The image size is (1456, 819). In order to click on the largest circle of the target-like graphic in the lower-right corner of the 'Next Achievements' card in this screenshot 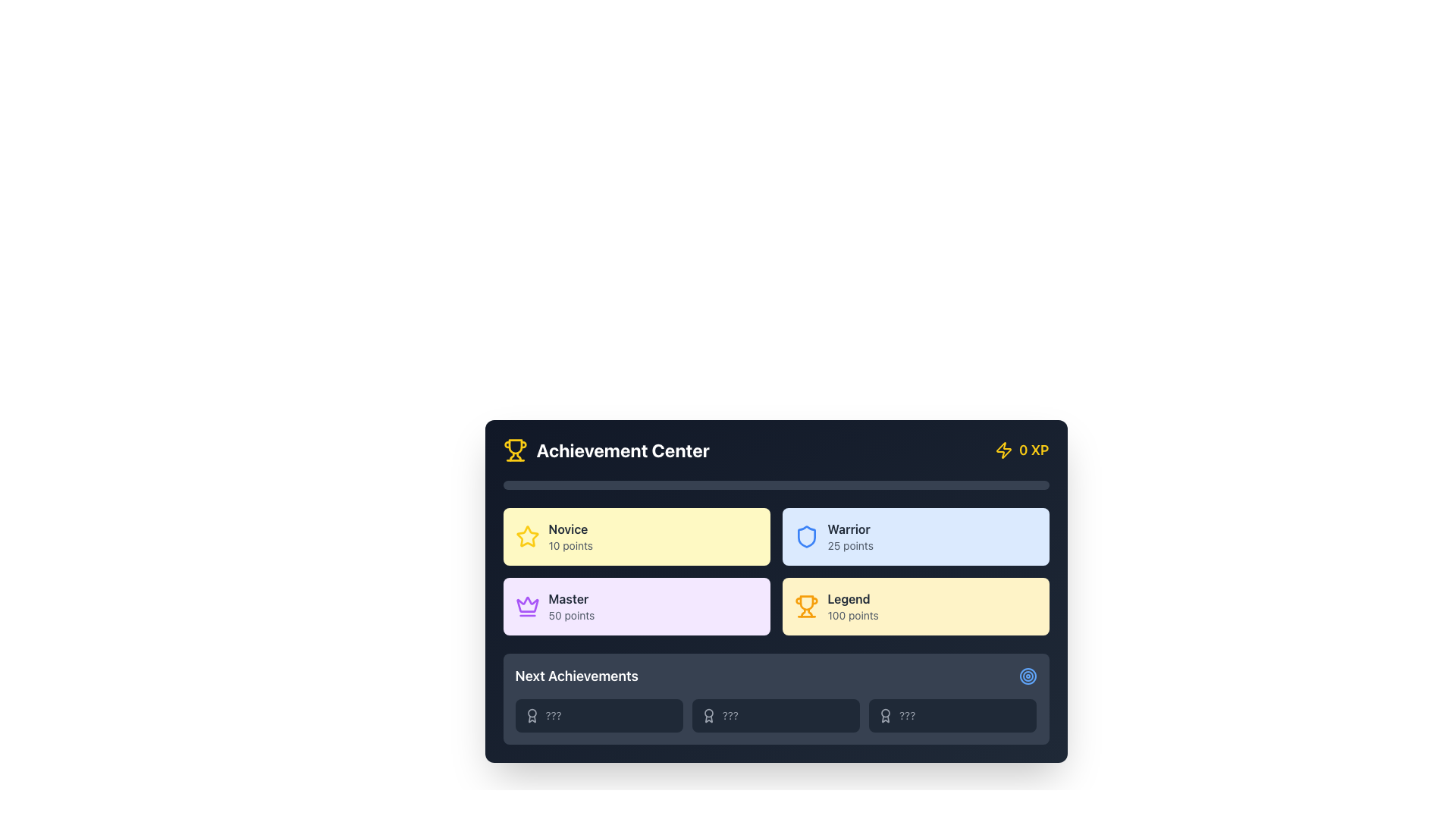, I will do `click(1028, 675)`.